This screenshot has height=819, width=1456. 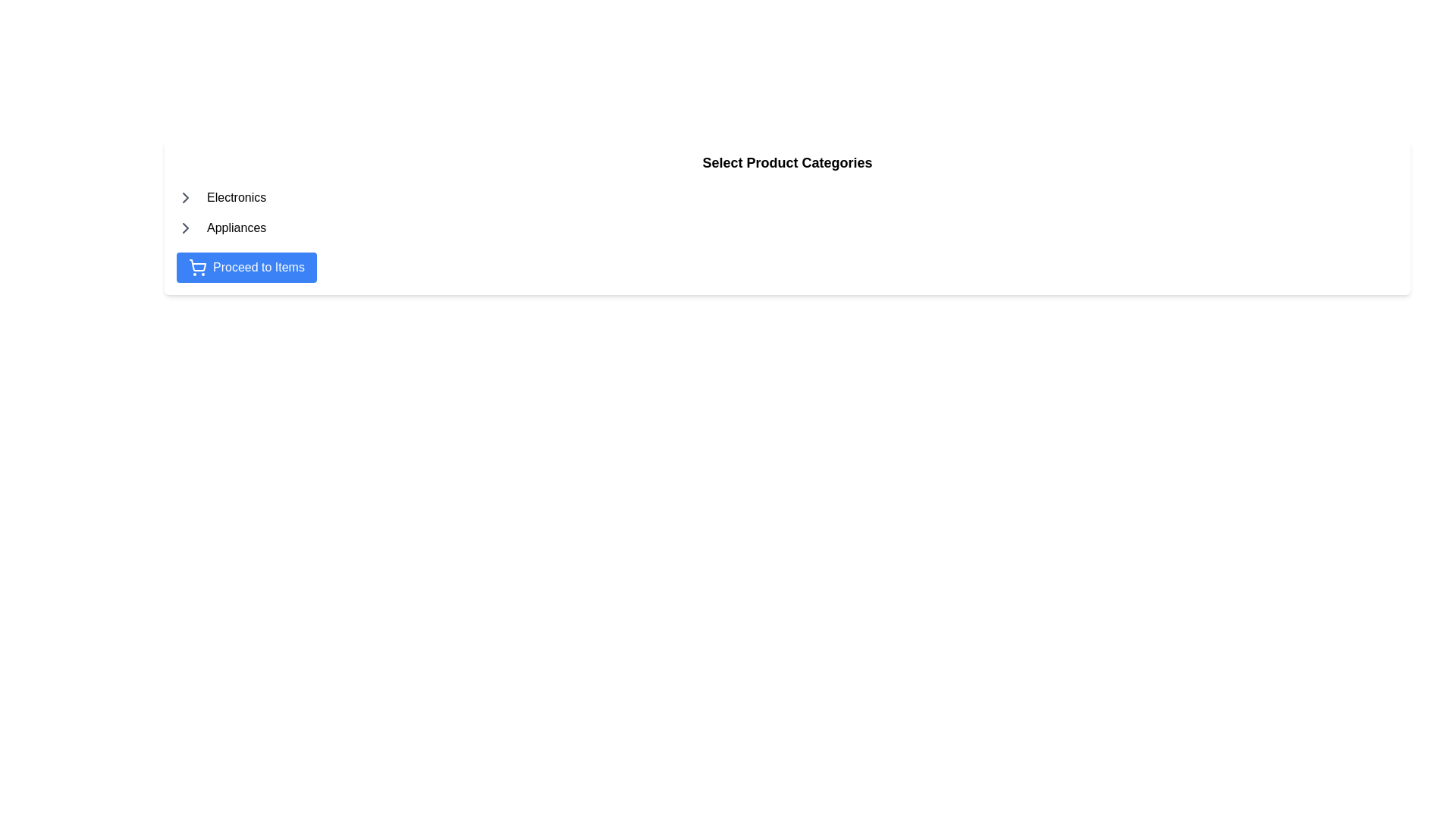 I want to click on the shopping cart icon, which is located to the left side of the 'Proceed to Items' button with a blue background and white text, so click(x=196, y=267).